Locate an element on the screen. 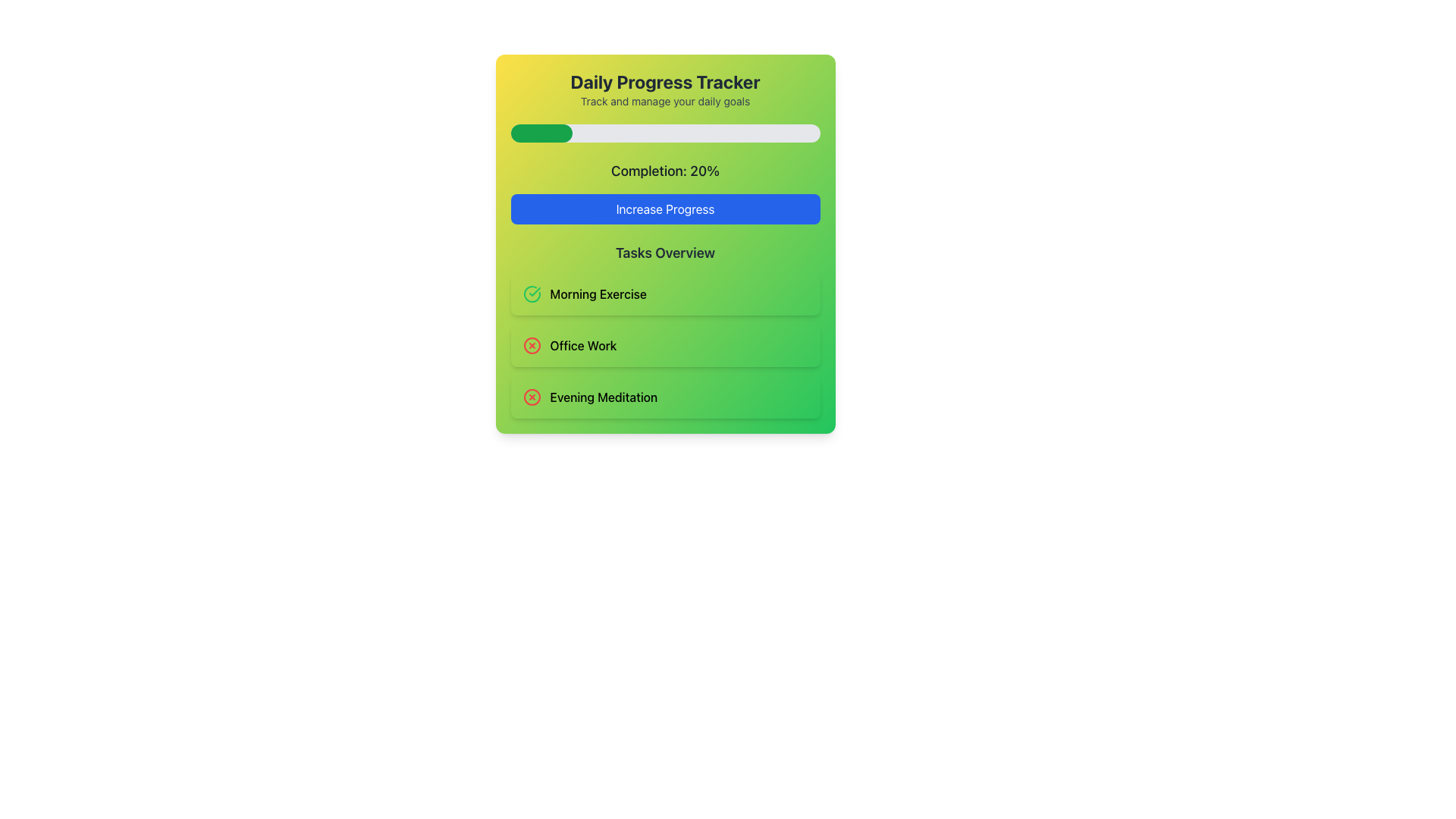 The width and height of the screenshot is (1456, 819). the decorative circle SVG element that represents the status of the 'Evening Meditation' task, located next to the task label in the third row of the 'Tasks Overview' section is located at coordinates (532, 397).